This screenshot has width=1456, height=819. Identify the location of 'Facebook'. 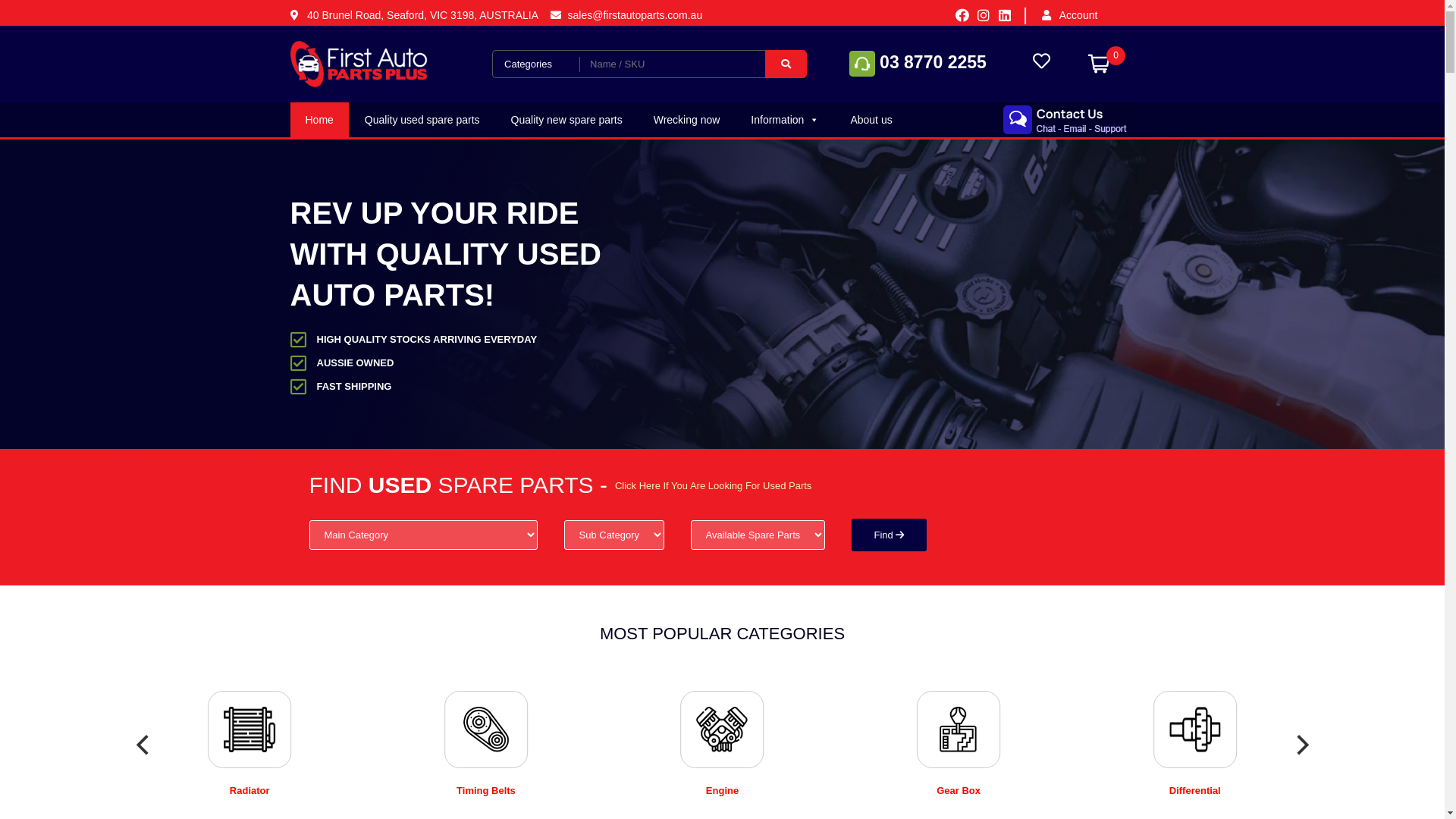
(961, 14).